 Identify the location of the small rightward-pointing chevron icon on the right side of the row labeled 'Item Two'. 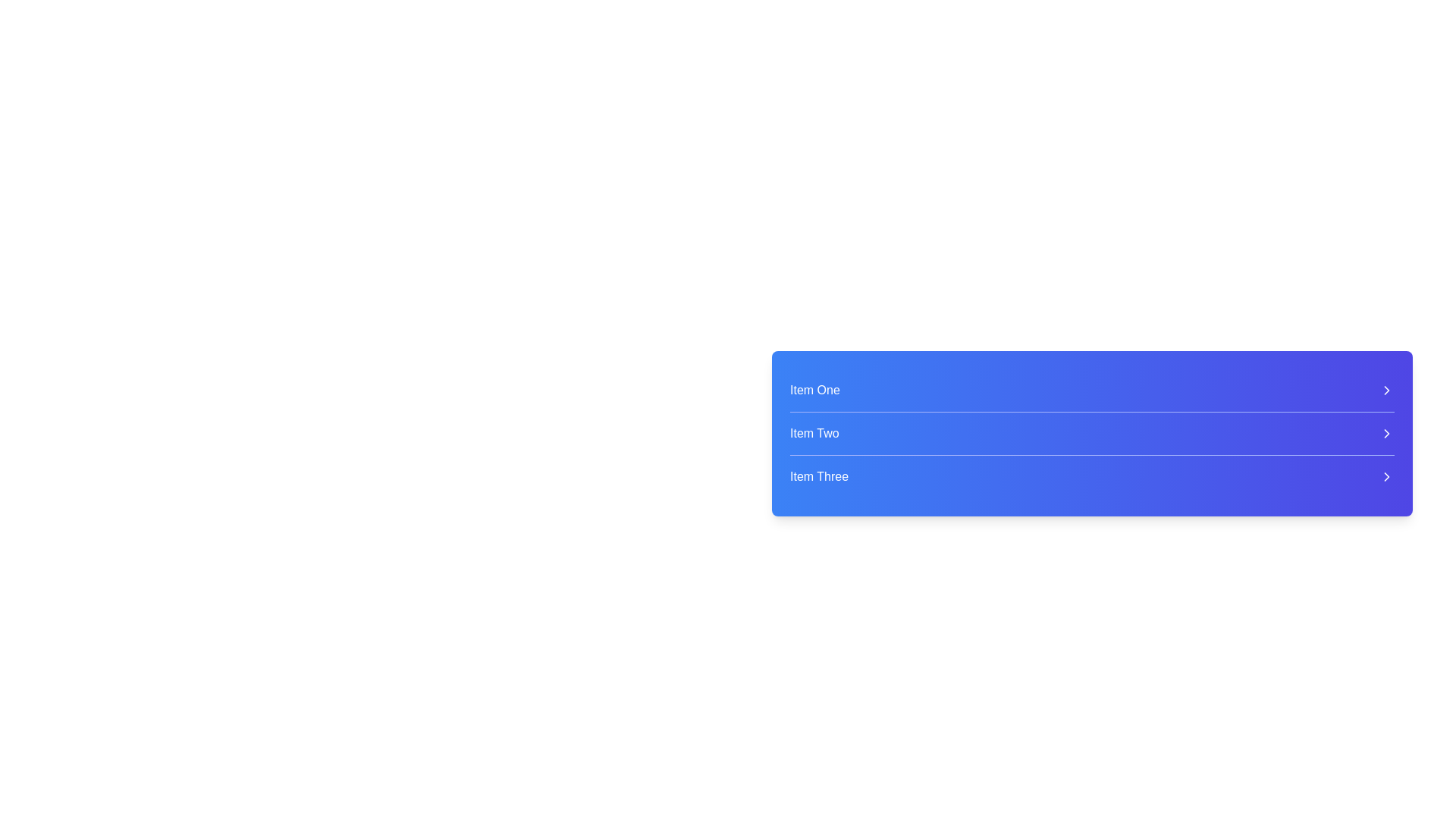
(1386, 433).